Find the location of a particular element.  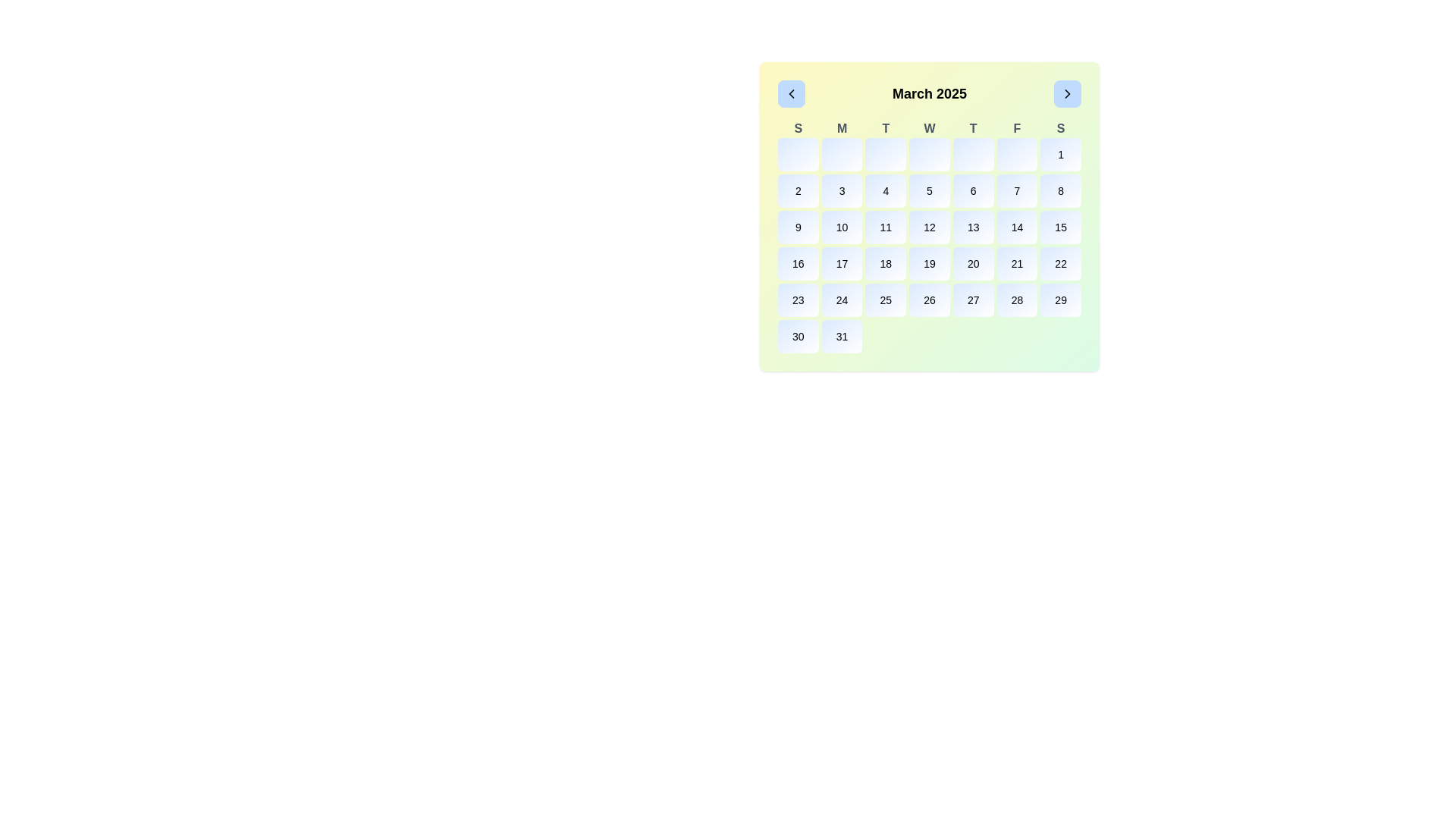

the right-facing chevron SVG icon located within the button component in the top-right corner of the calendar interface for accessibility purposes is located at coordinates (1066, 93).